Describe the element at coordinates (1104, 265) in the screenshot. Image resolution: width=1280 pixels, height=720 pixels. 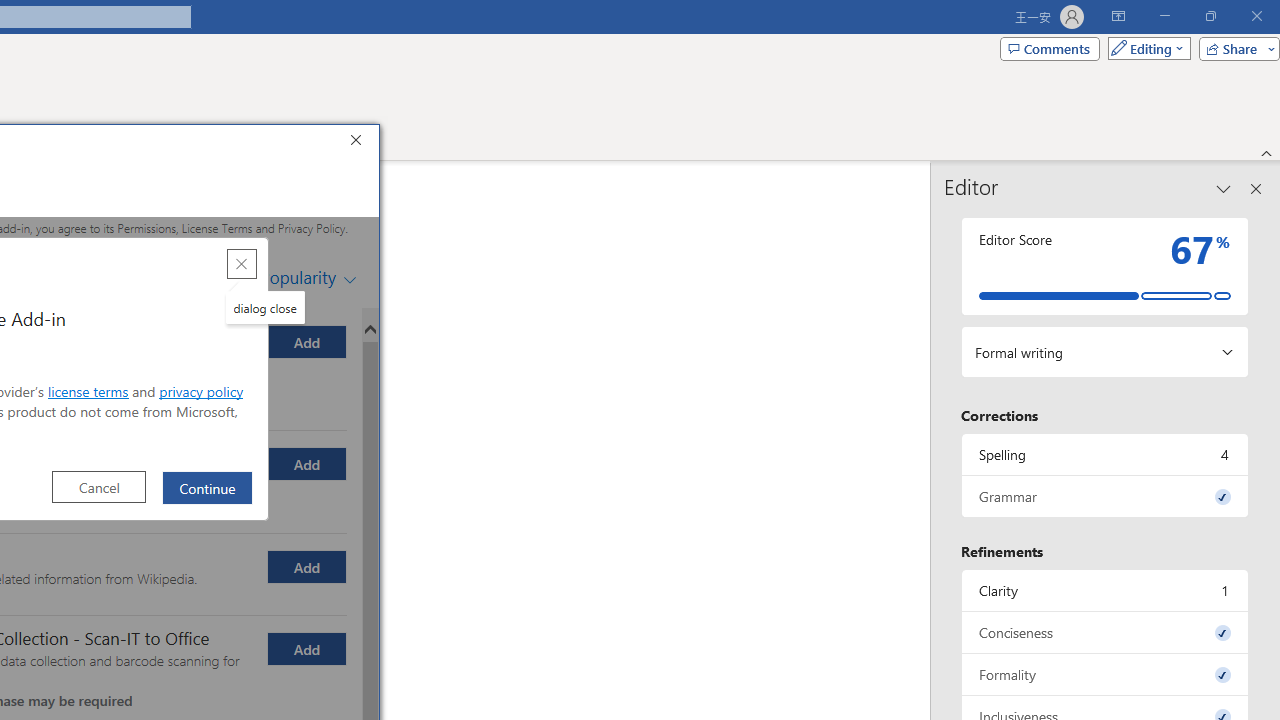
I see `'Editor Score 67%'` at that location.